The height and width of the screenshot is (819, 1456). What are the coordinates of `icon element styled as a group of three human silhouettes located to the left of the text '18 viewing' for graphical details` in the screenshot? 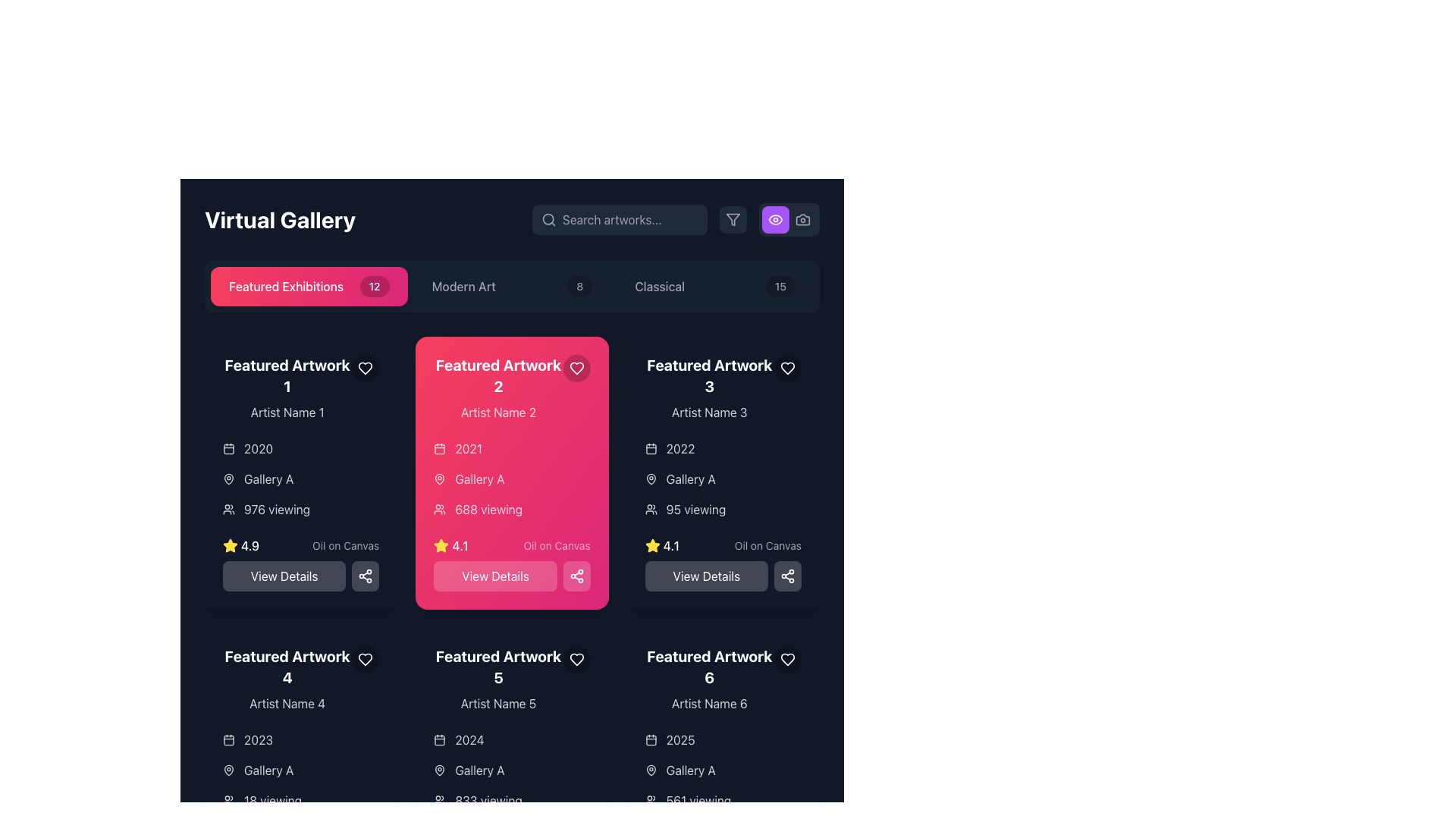 It's located at (228, 800).